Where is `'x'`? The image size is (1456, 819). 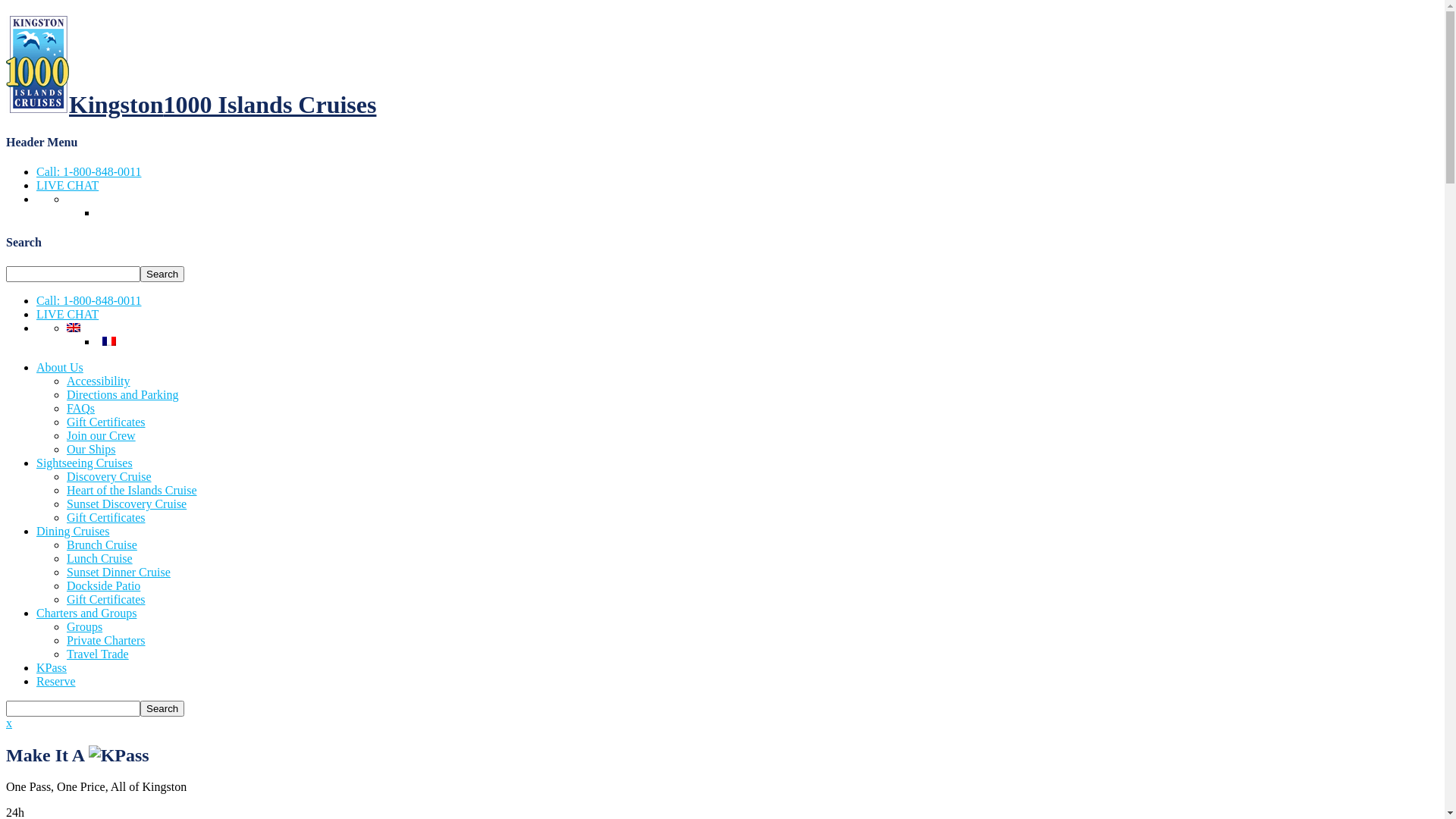
'x' is located at coordinates (9, 722).